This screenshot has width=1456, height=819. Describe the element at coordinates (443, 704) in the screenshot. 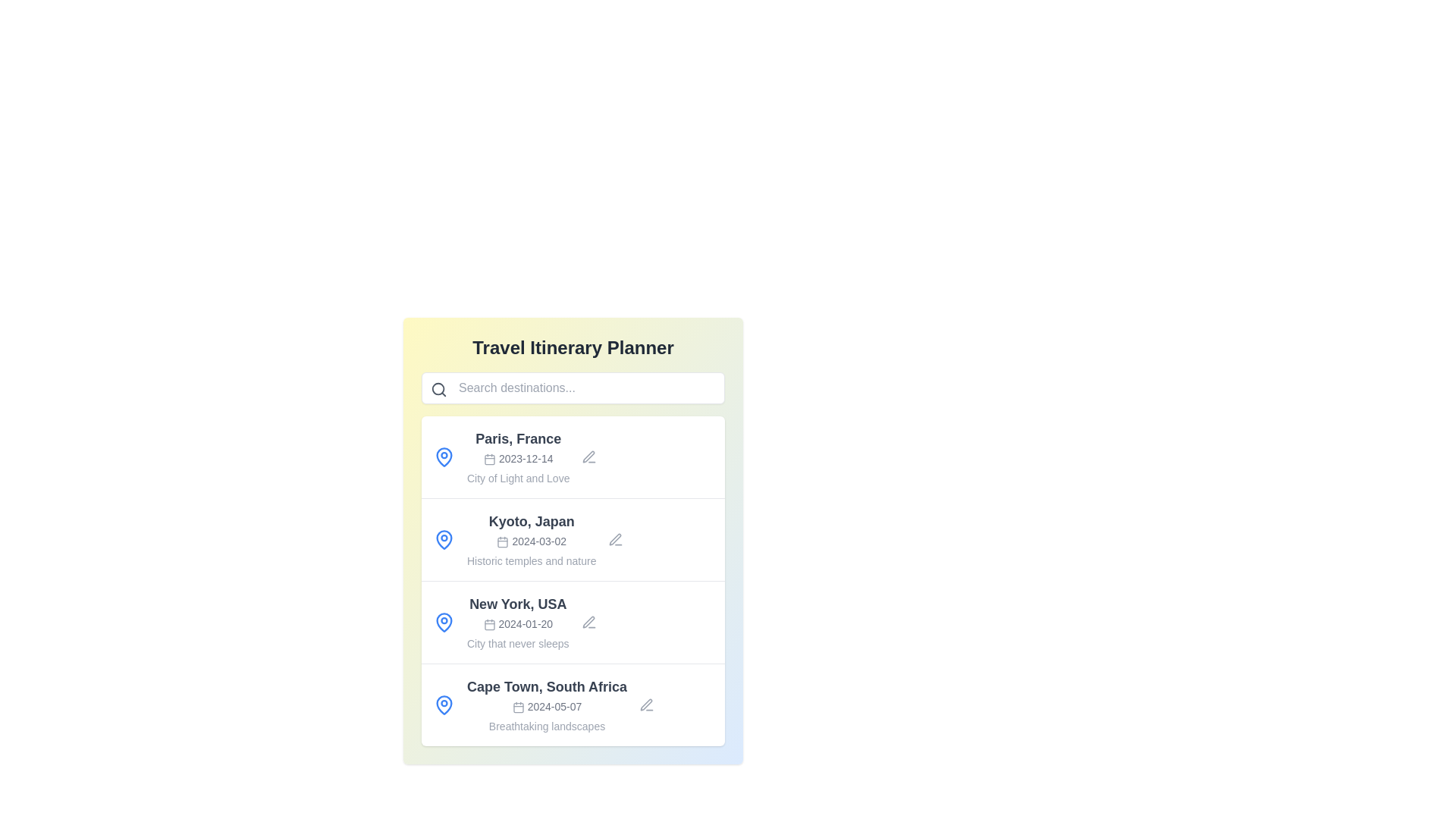

I see `the icon representing the location marker for 'Cape Town, South Africa', which is positioned to the left of the entry for the city name` at that location.